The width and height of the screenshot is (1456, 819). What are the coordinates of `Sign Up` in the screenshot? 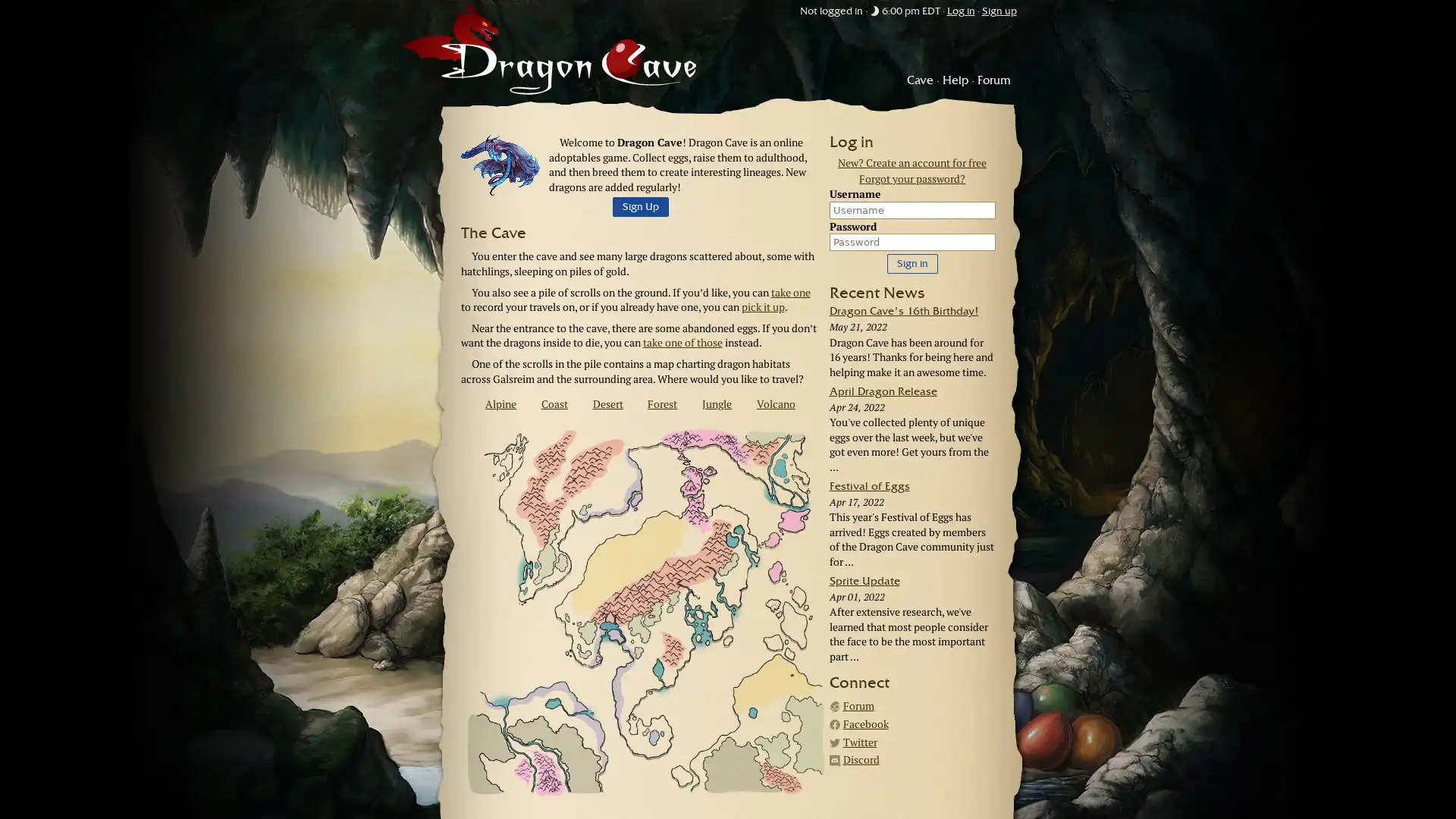 It's located at (640, 207).